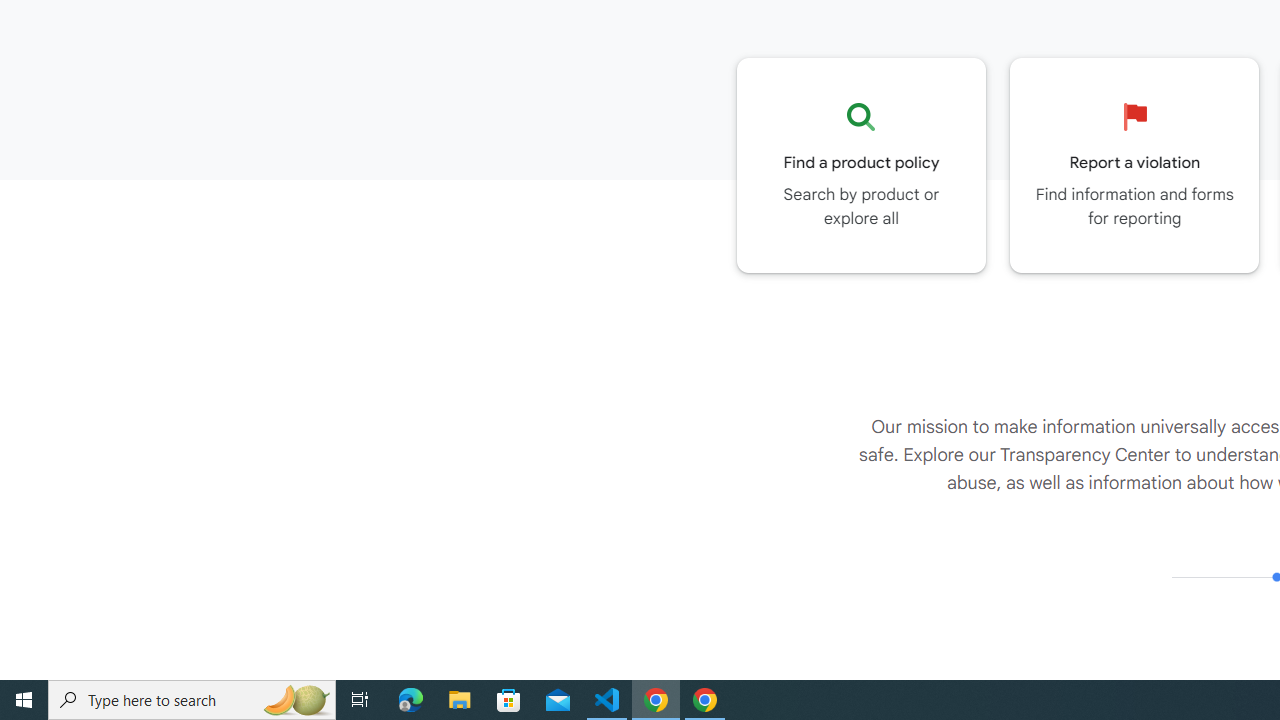  What do you see at coordinates (861, 164) in the screenshot?
I see `'Go to the Product policy page'` at bounding box center [861, 164].